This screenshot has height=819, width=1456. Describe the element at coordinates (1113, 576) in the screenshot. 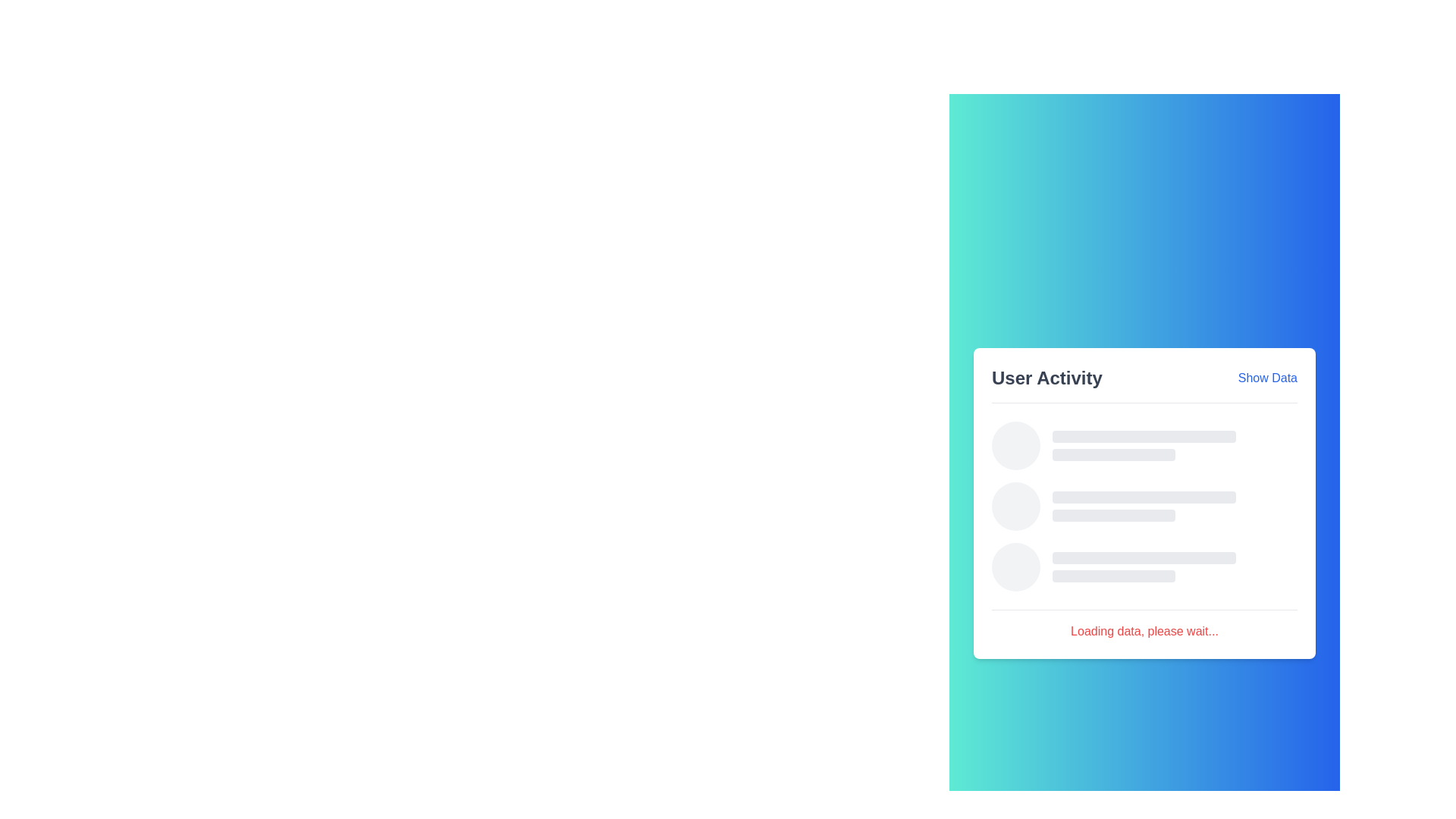

I see `the decorative rectangle with rounded edges located below a horizontal bar in the 'User Activity' card-like UI component` at that location.